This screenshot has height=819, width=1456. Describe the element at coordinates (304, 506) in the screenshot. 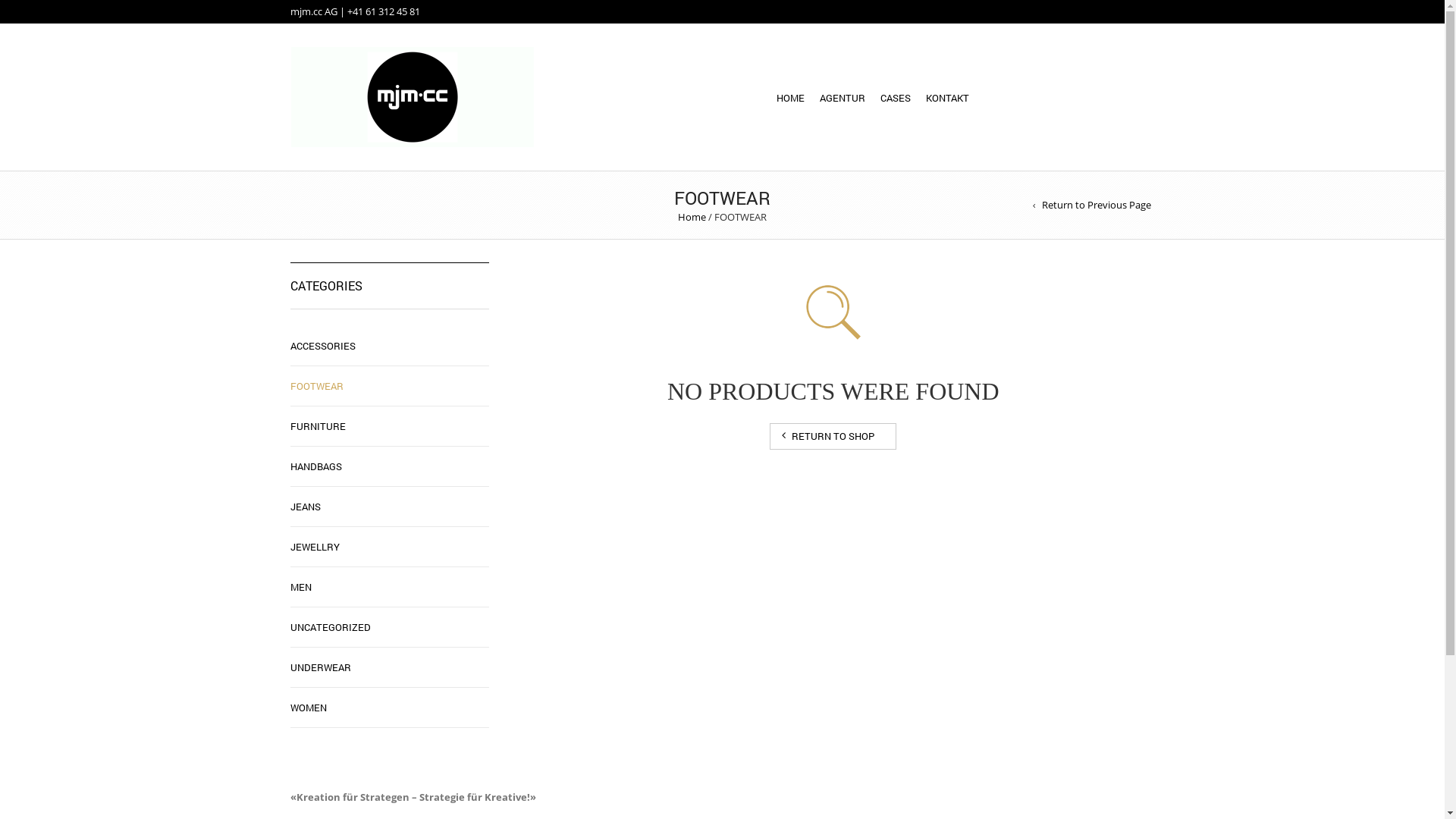

I see `'JEANS'` at that location.